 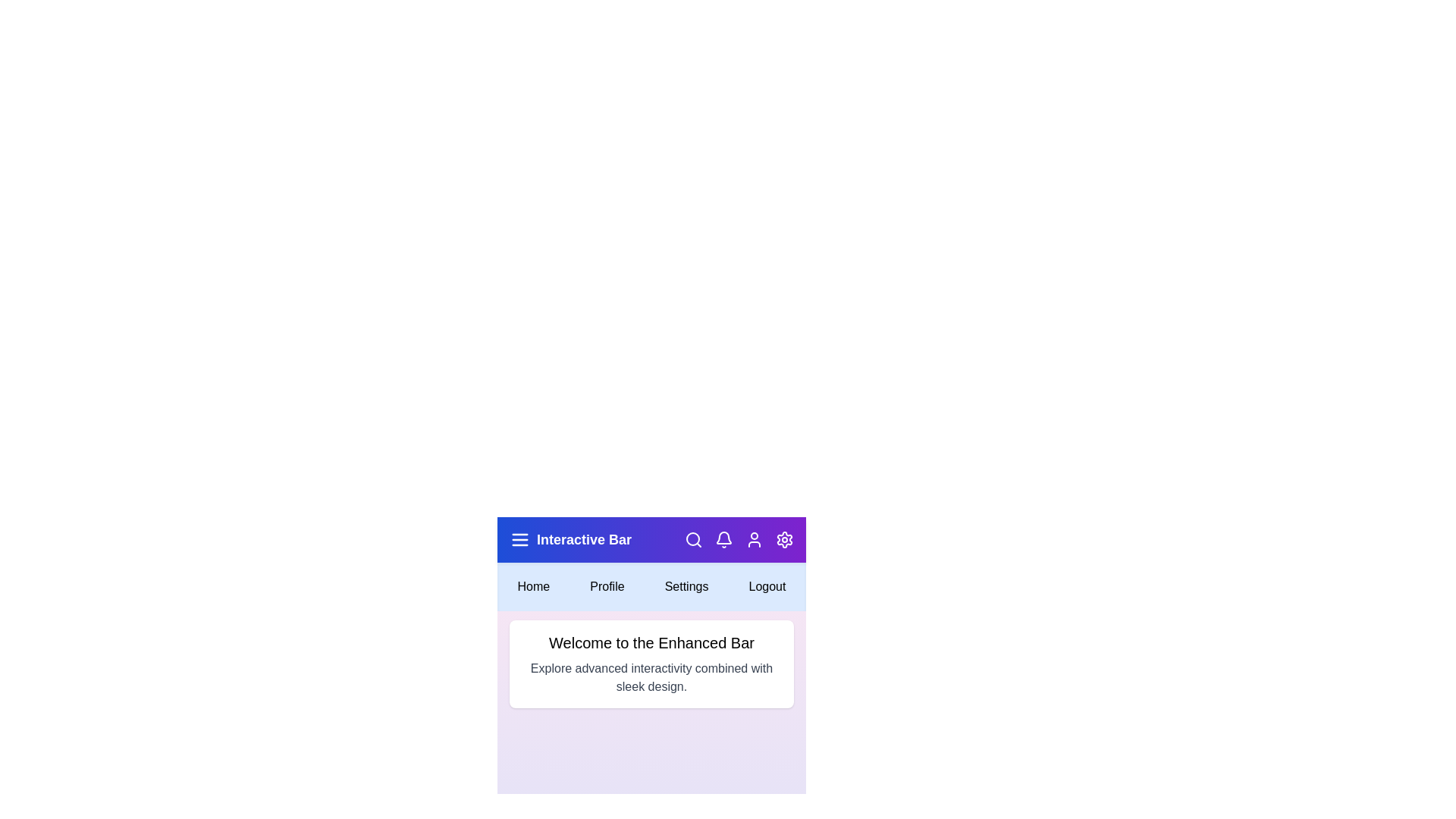 What do you see at coordinates (693, 539) in the screenshot?
I see `the search icon in the app bar` at bounding box center [693, 539].